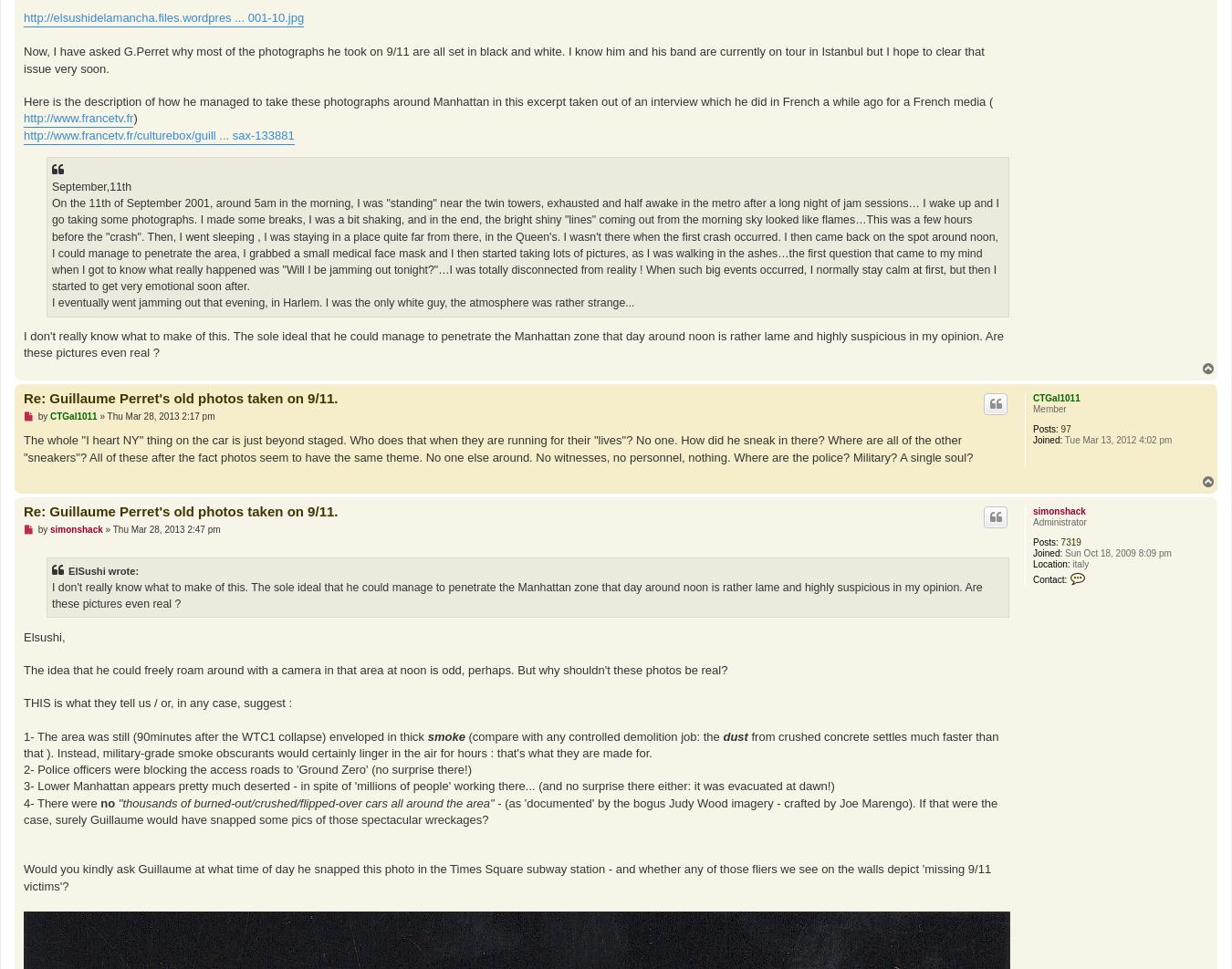 The width and height of the screenshot is (1232, 969). I want to click on '7319', so click(1059, 542).